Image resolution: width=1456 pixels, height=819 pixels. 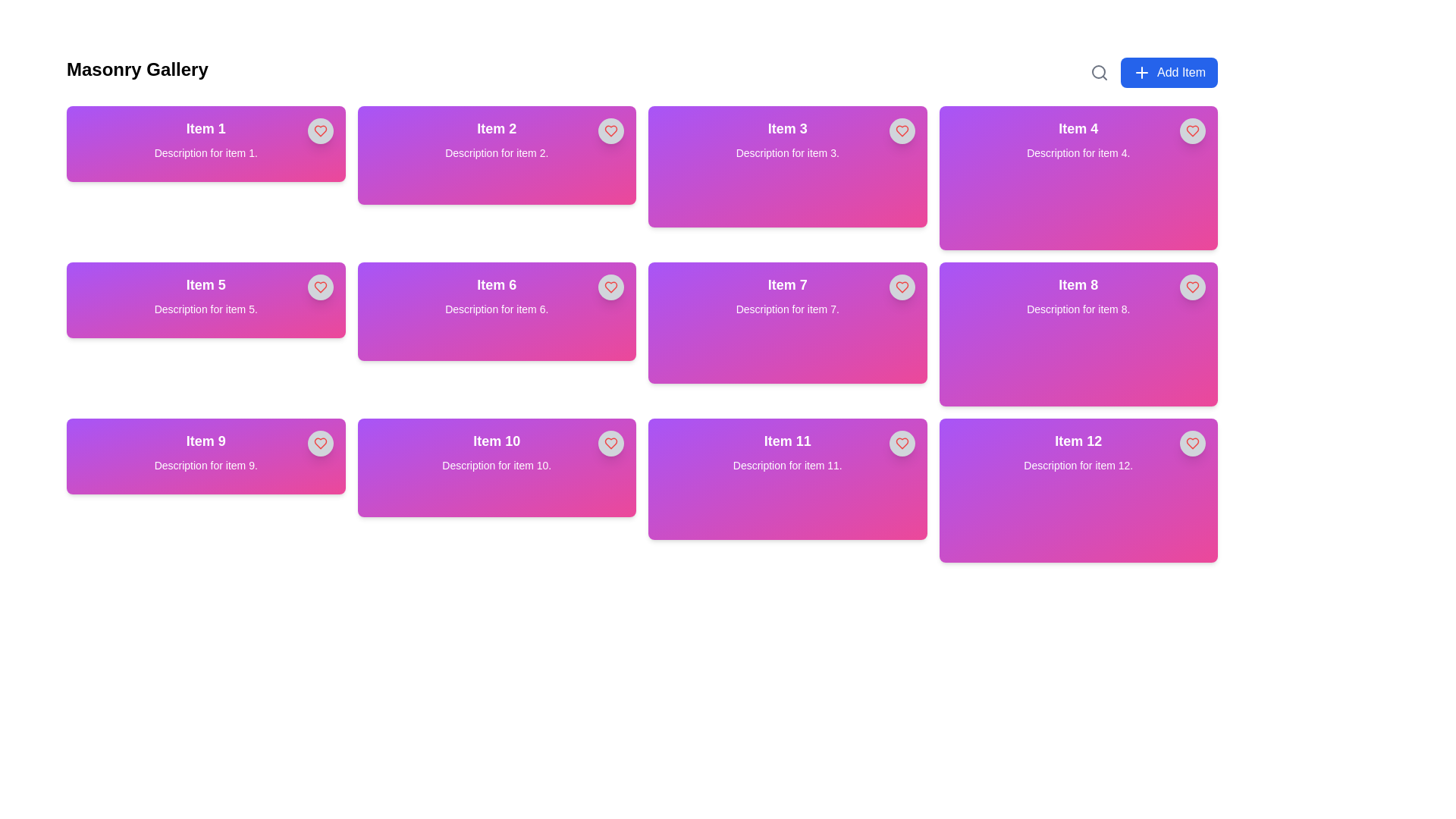 I want to click on the text label providing additional information about 'Item 3' located in the middle part of the third card in the grid of items, so click(x=787, y=152).